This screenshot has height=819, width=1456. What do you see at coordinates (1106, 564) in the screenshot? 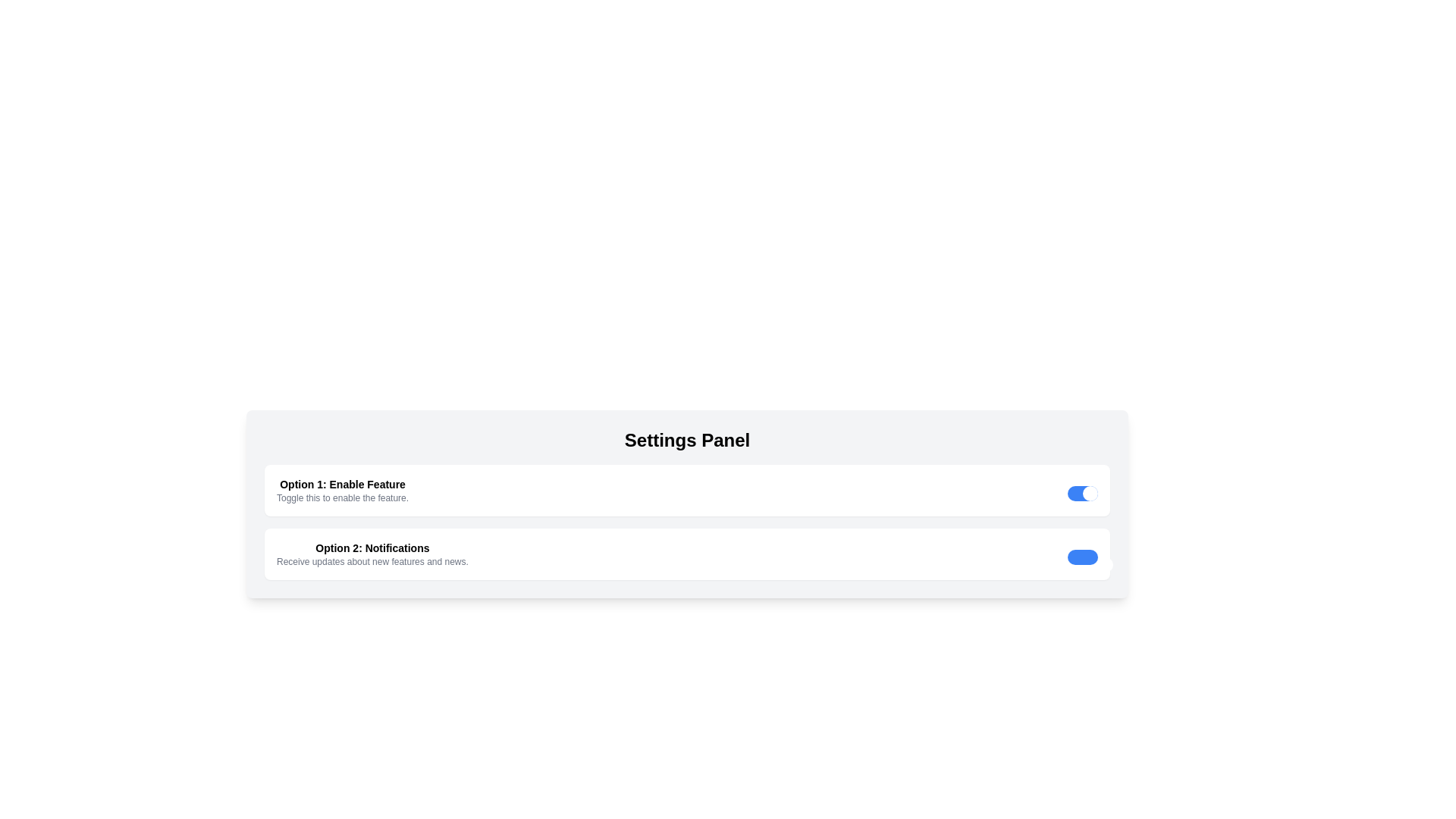
I see `the small circular white toggle knob located on the far right side of the horizontal toggle switch in the second option row of the settings panel` at bounding box center [1106, 564].